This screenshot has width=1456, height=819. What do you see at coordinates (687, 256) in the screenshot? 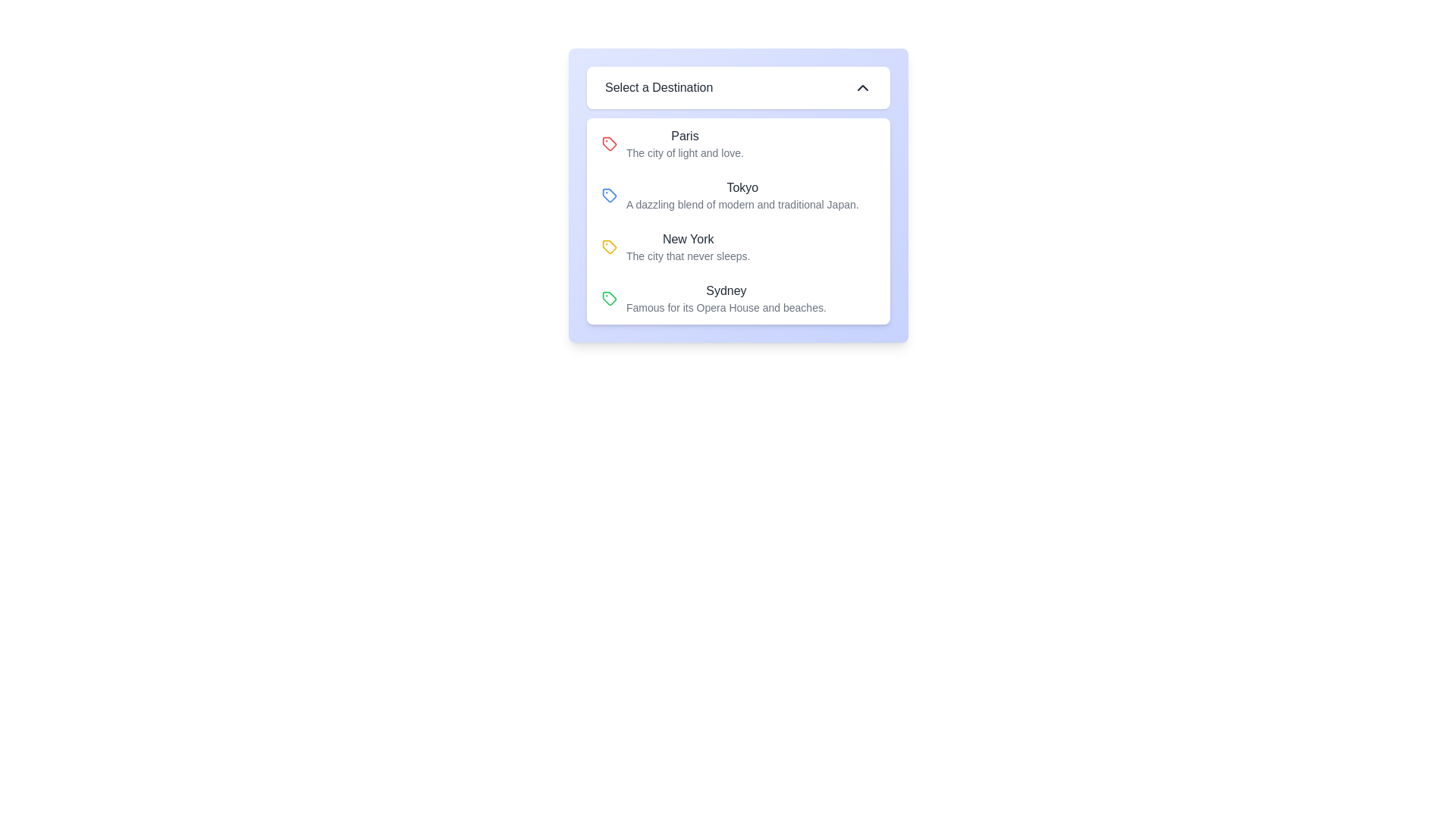
I see `the text label displaying 'The city that never sleeps.' which is located beneath the title 'New York' in the dropdown menu 'Select a Destination.'` at bounding box center [687, 256].